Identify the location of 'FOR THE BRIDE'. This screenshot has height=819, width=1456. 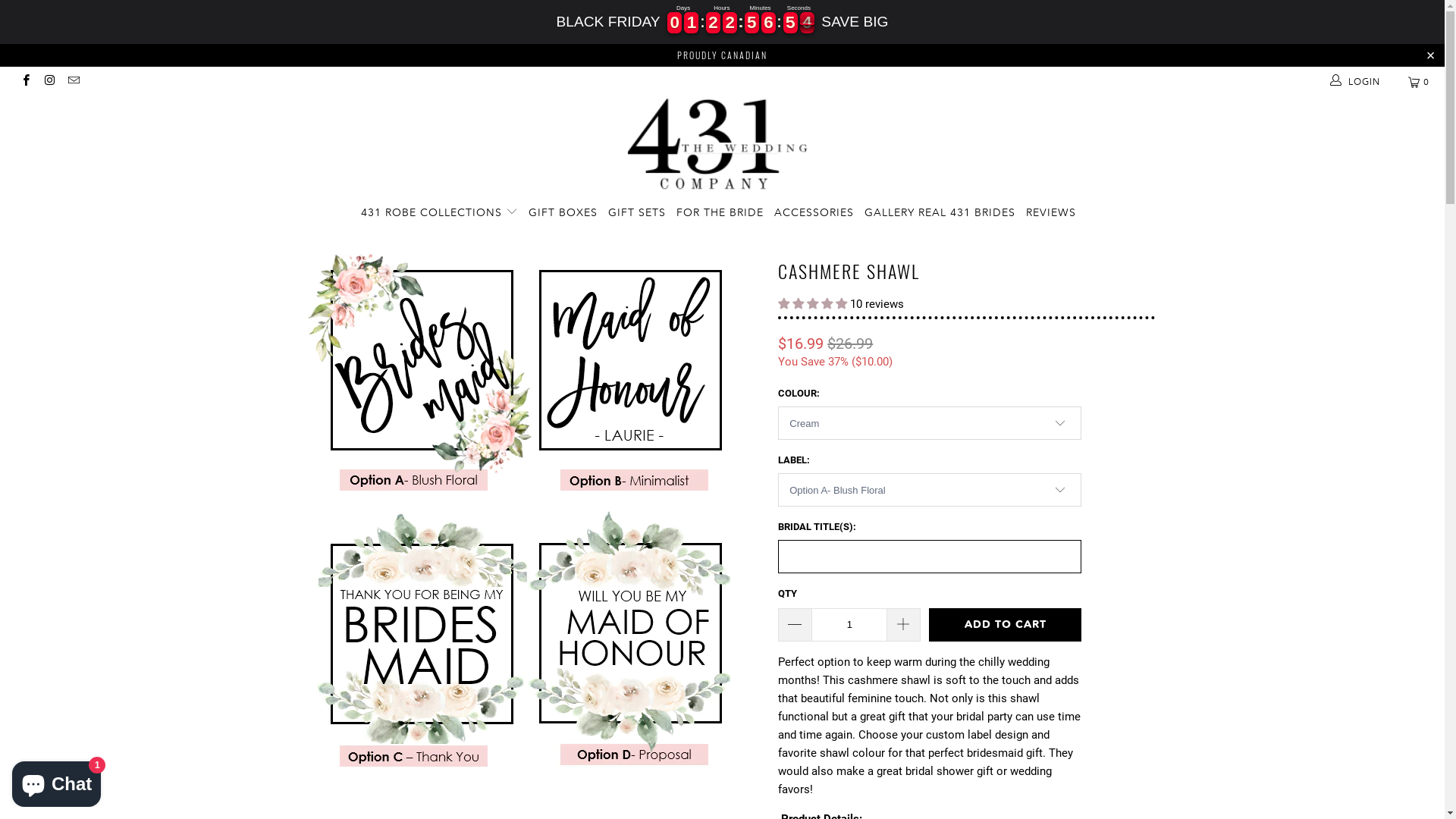
(719, 212).